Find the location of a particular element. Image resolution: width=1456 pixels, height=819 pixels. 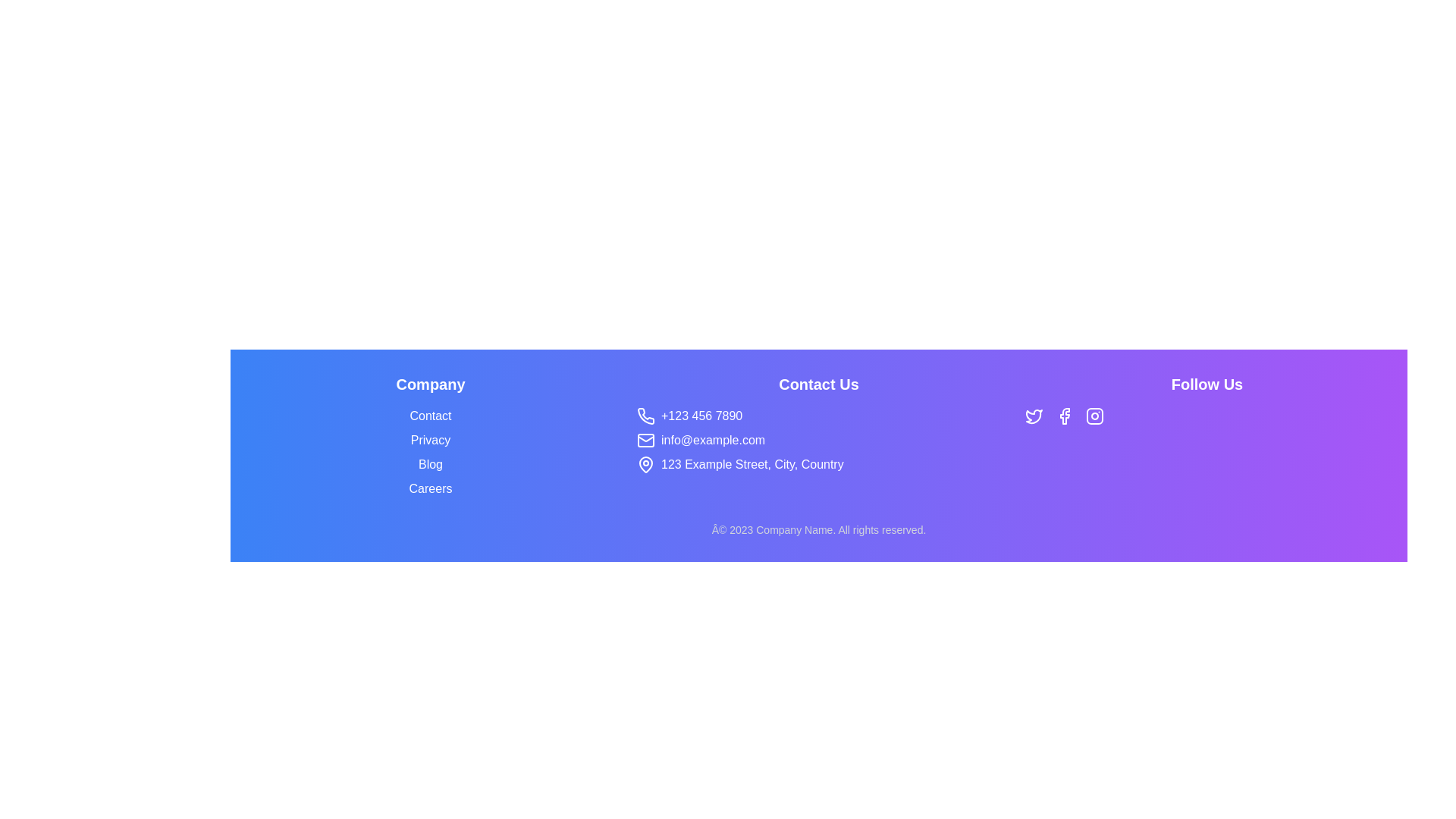

the static text element displaying the phone number '+123 456 7890', which is located in the 'Contact Us' section of the footer, to the right of a phone icon and above an email address link is located at coordinates (701, 416).